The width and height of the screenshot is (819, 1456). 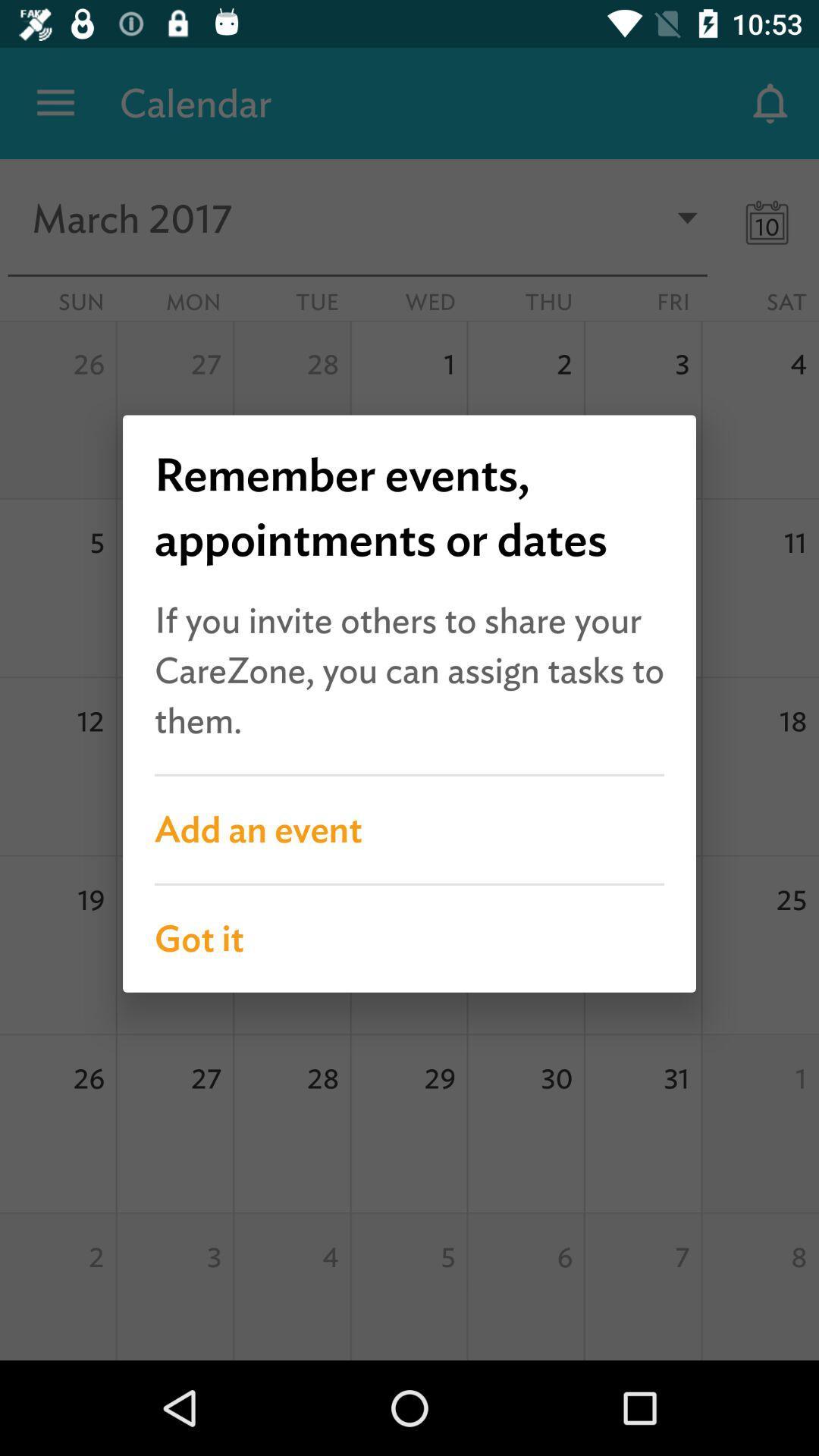 I want to click on the got it item, so click(x=409, y=938).